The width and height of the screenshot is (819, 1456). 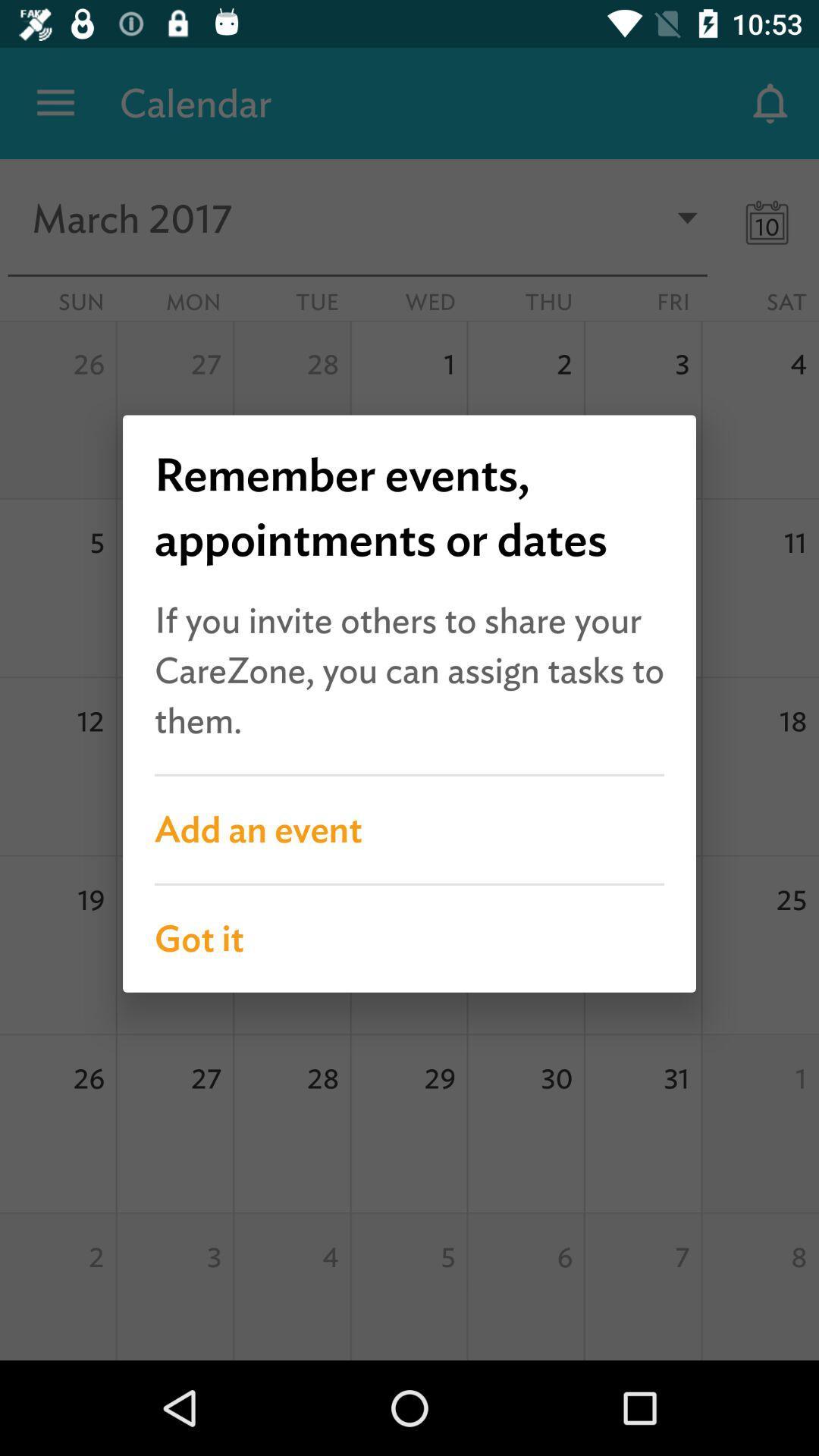 I want to click on the got it item, so click(x=409, y=938).